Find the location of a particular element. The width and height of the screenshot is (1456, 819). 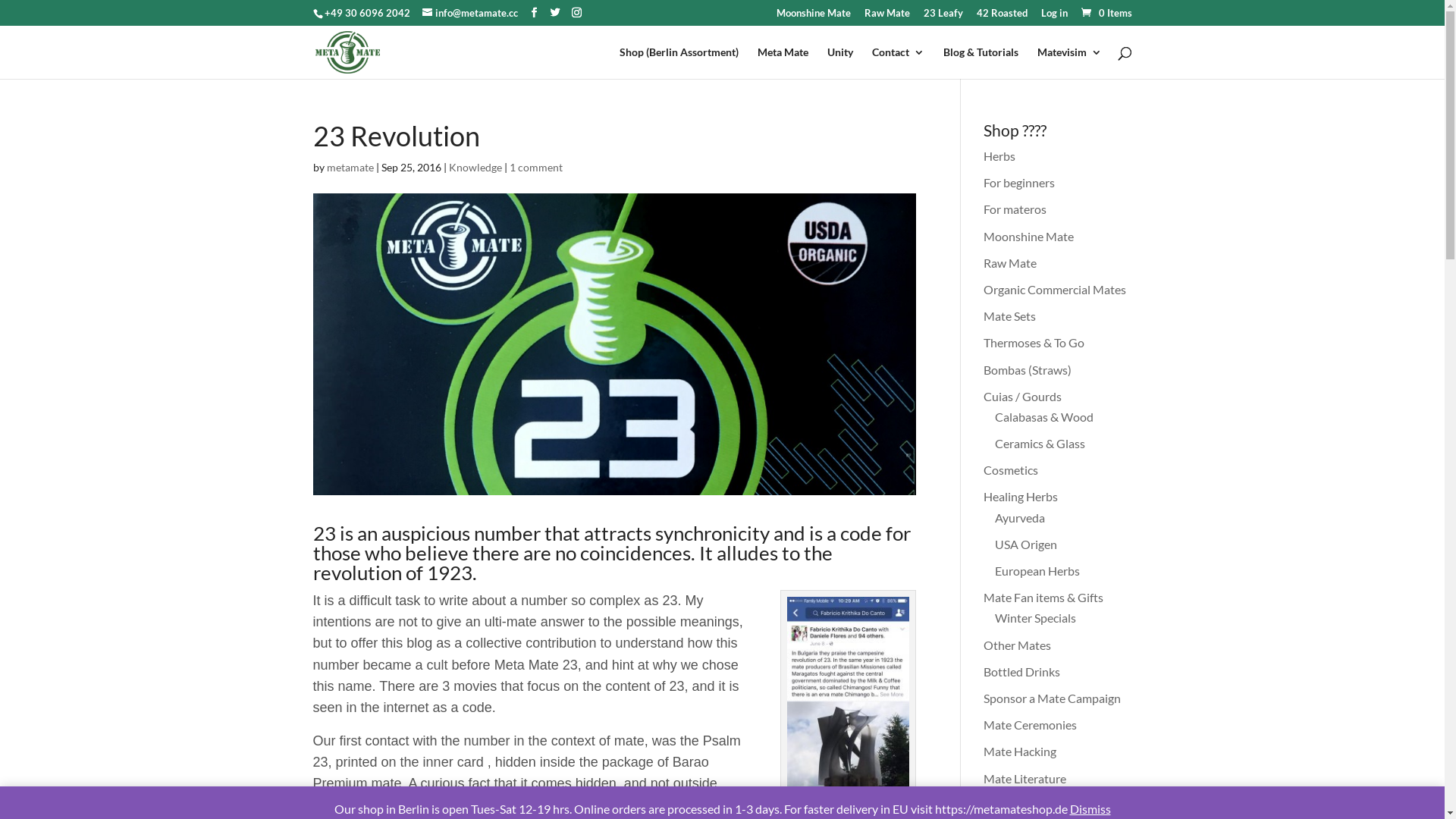

'Healing Herbs' is located at coordinates (983, 496).